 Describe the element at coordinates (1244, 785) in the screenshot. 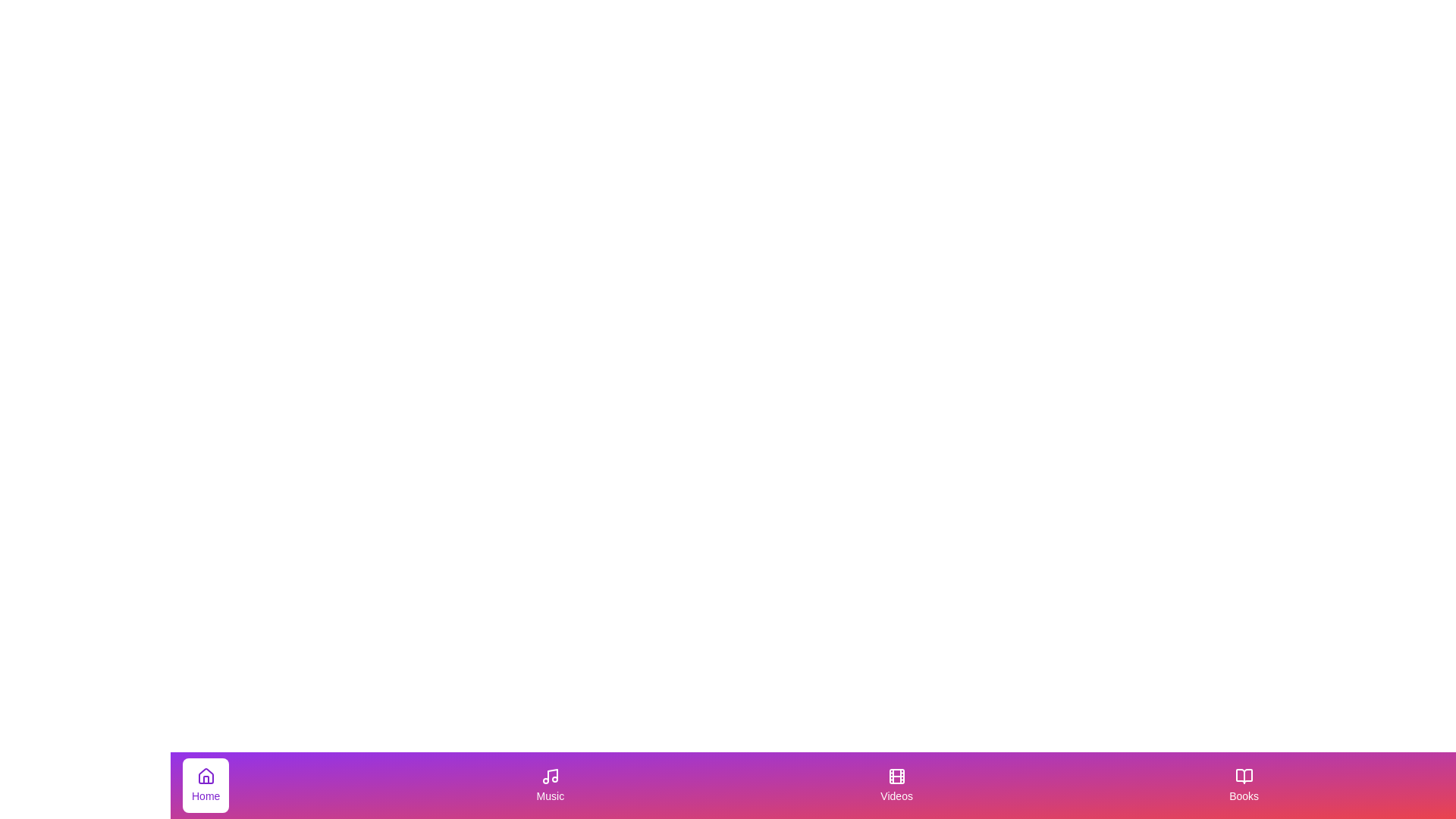

I see `the Books button to switch to the corresponding tab` at that location.